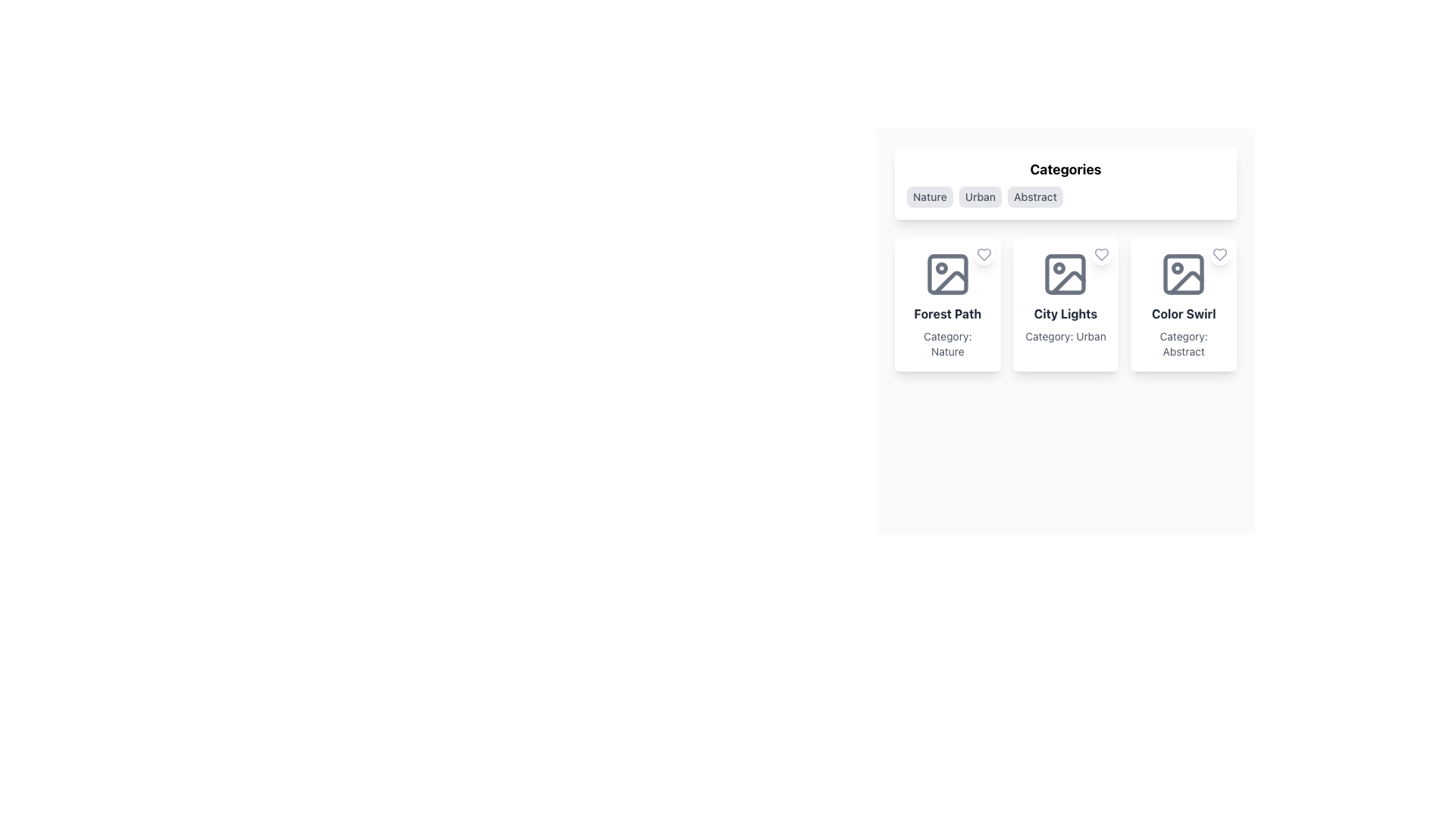 The width and height of the screenshot is (1456, 819). Describe the element at coordinates (980, 196) in the screenshot. I see `the 'Urban' button, which is the second button in a row of three with a light gray background and the text 'Urban' in medium-dark gray` at that location.